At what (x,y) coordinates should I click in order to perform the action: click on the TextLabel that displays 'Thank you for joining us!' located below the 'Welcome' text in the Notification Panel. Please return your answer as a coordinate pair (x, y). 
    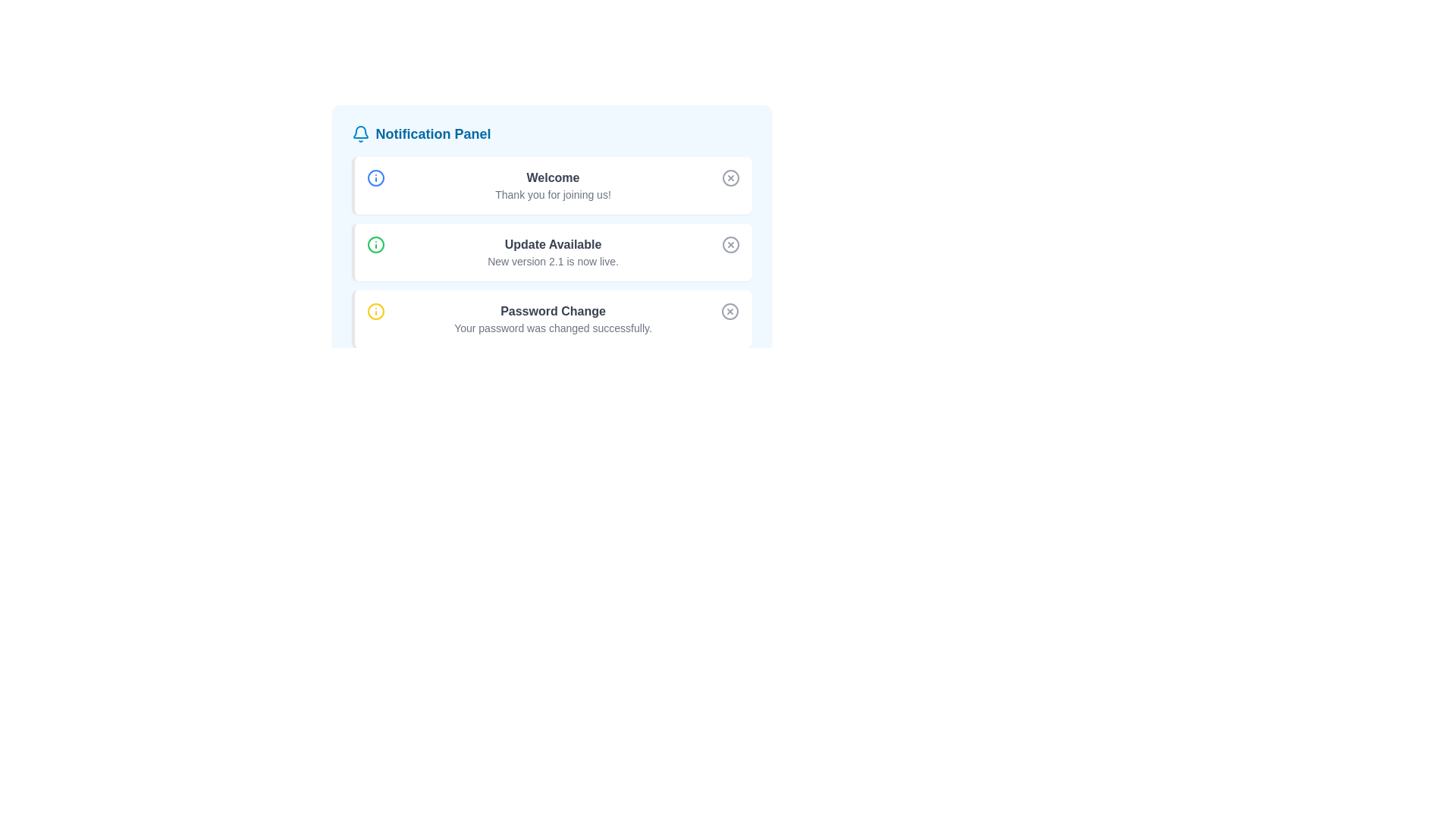
    Looking at the image, I should click on (552, 194).